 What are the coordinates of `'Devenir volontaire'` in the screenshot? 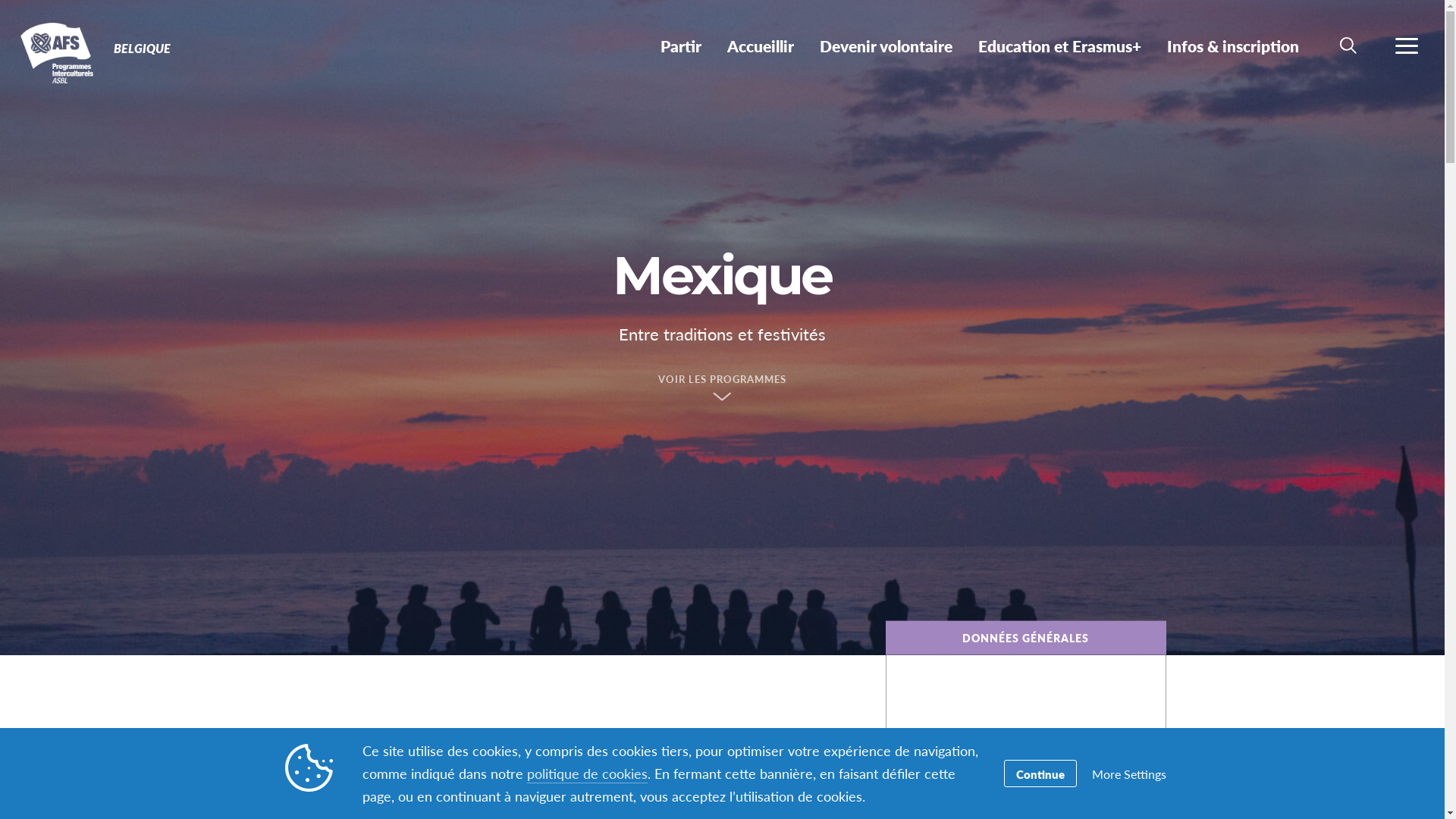 It's located at (886, 45).